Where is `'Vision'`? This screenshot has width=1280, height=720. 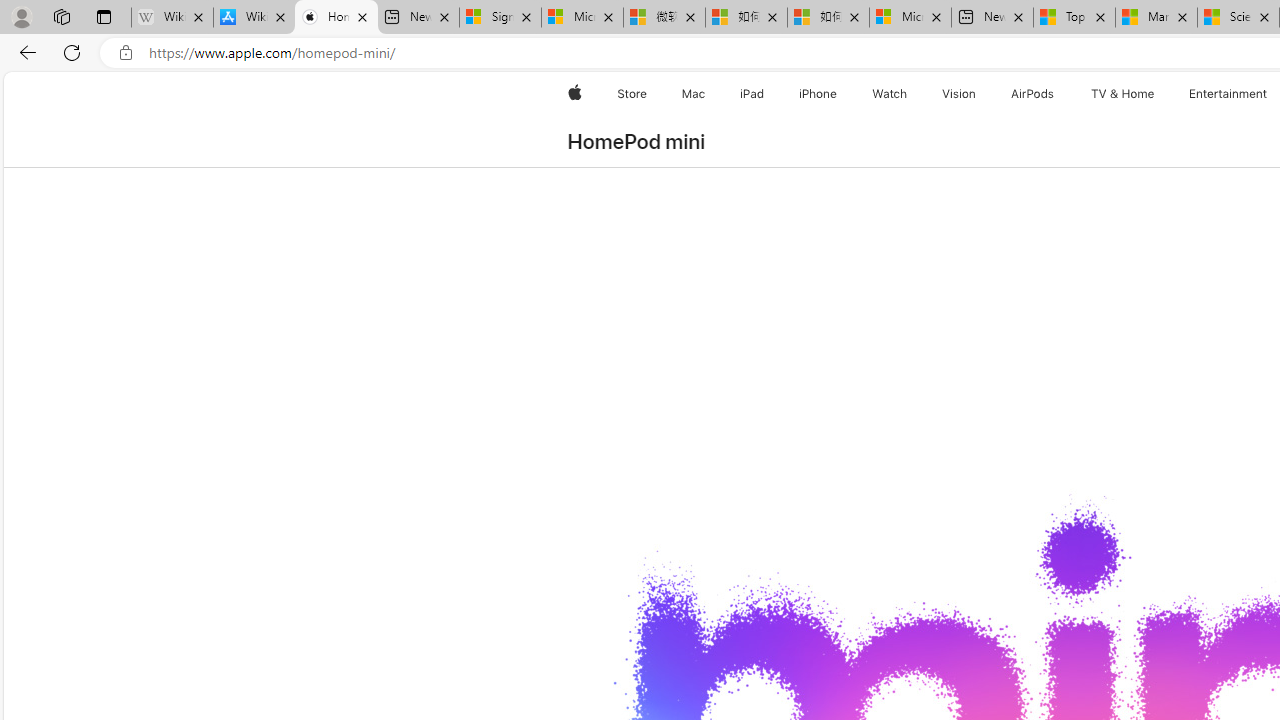 'Vision' is located at coordinates (960, 93).